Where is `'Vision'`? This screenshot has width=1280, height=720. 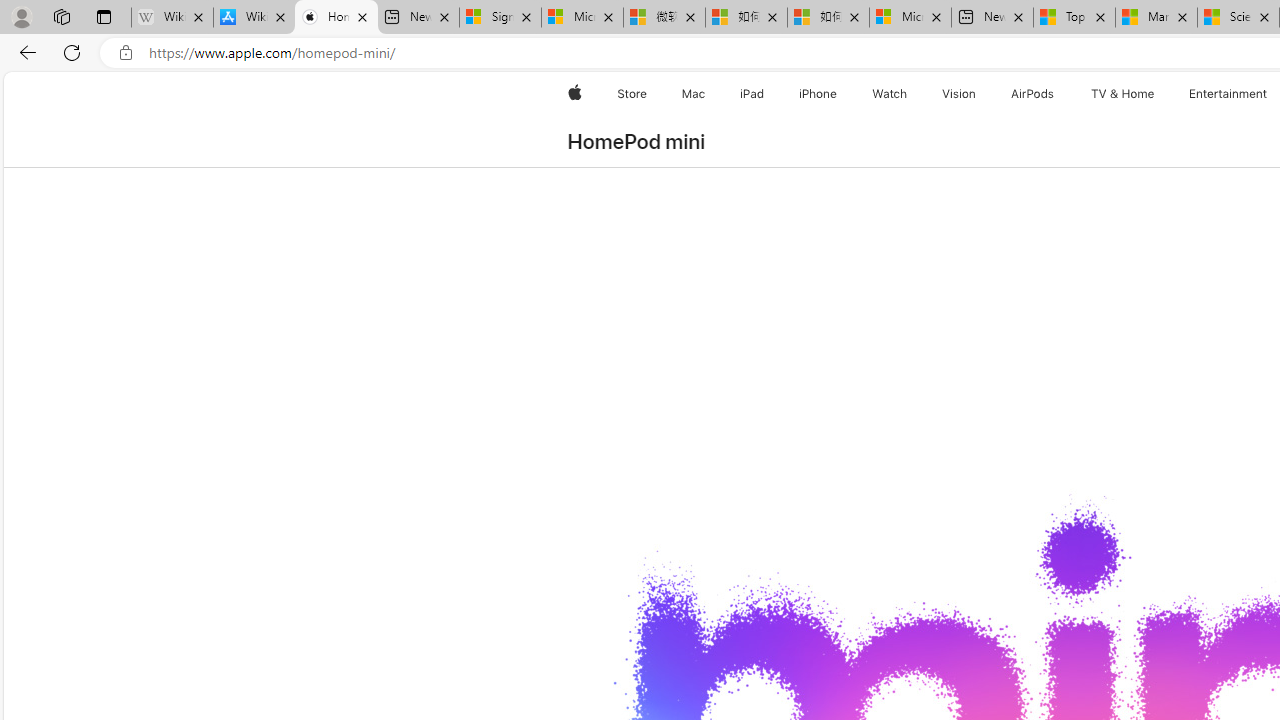 'Vision' is located at coordinates (960, 93).